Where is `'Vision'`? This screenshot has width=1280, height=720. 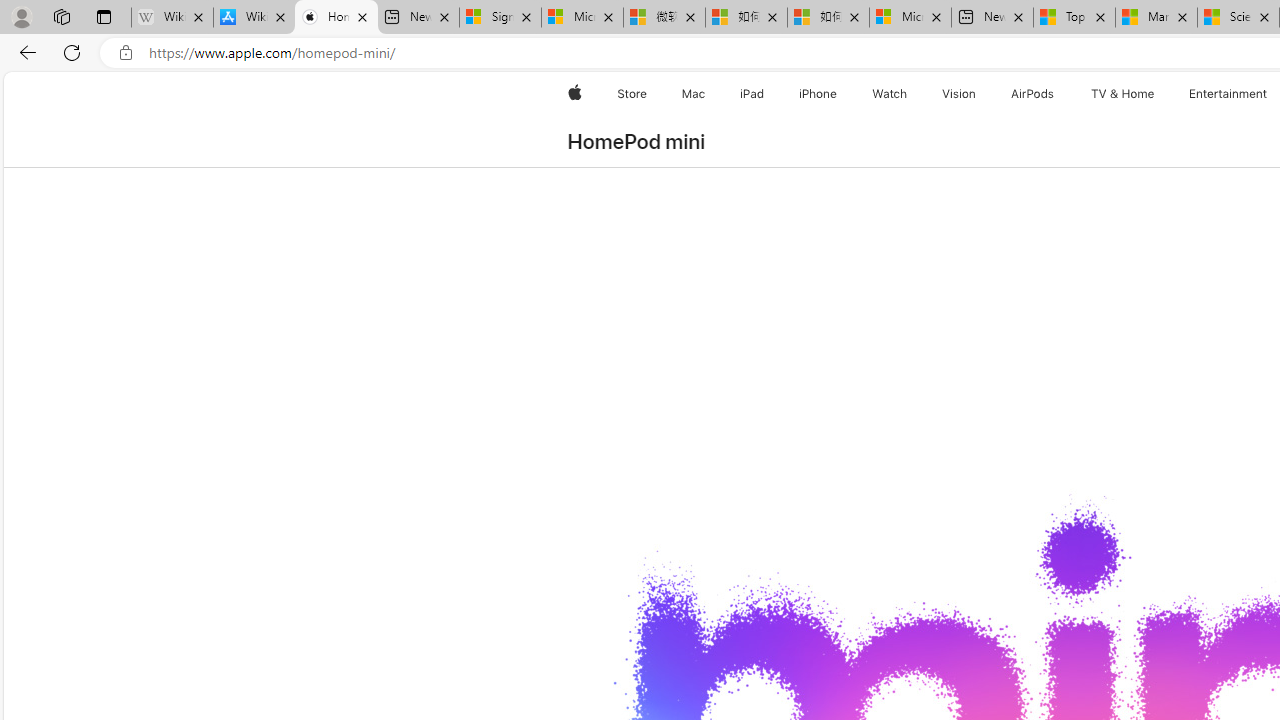 'Vision' is located at coordinates (960, 93).